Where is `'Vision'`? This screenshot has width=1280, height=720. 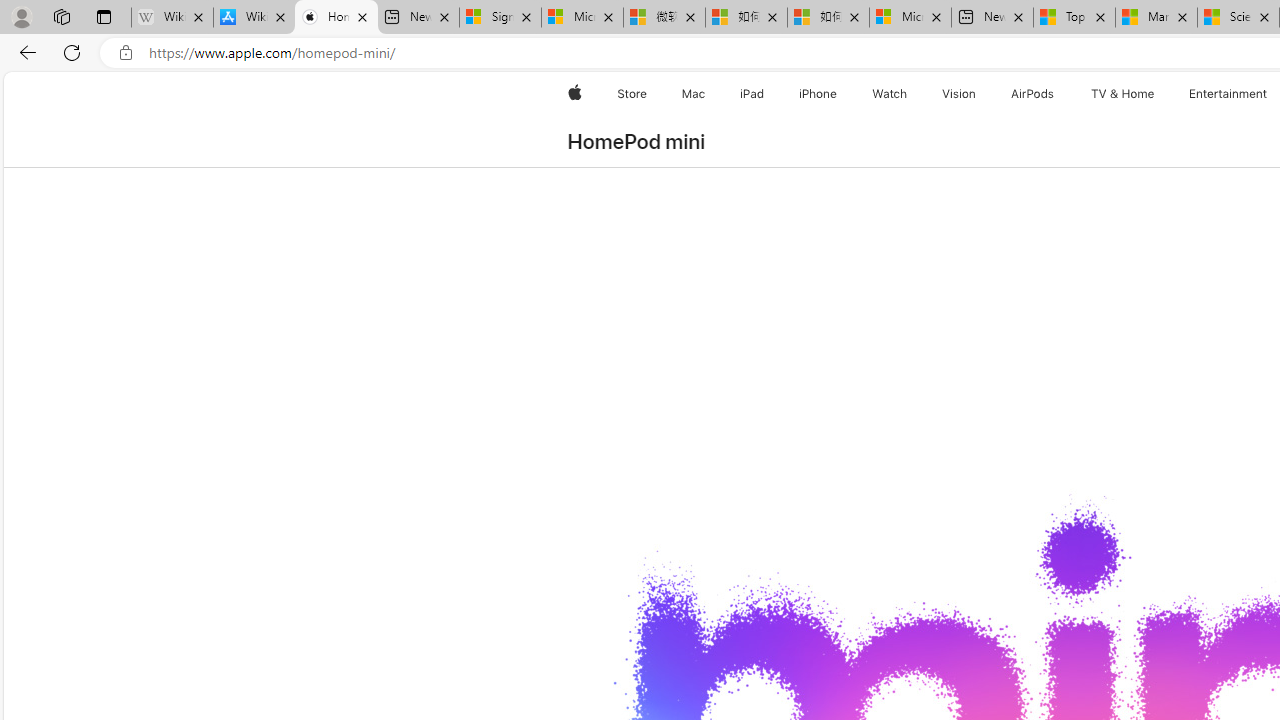 'Vision' is located at coordinates (960, 93).